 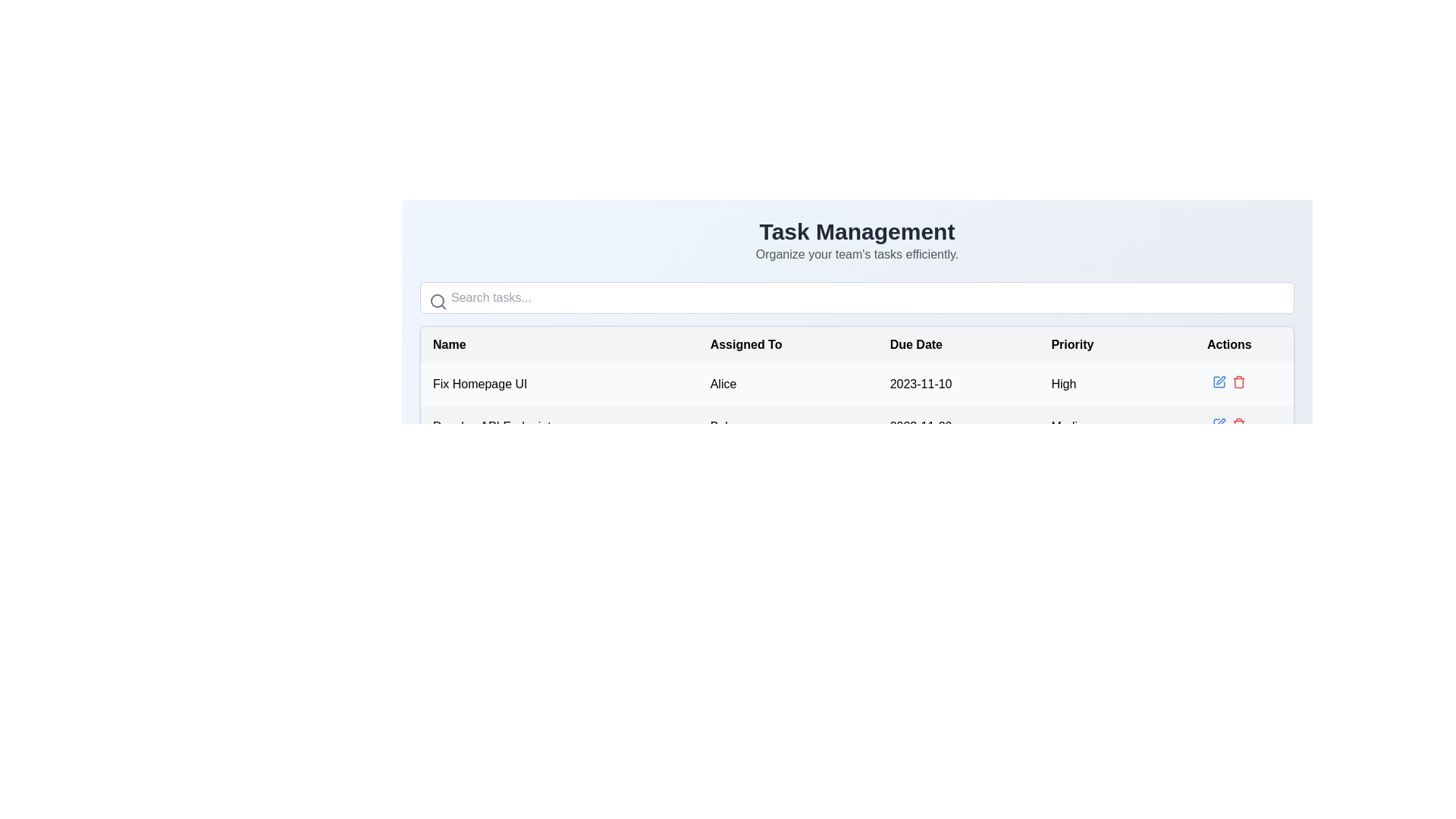 I want to click on the delete button located in the 'Actions' column of the second row in the data table, so click(x=1239, y=424).